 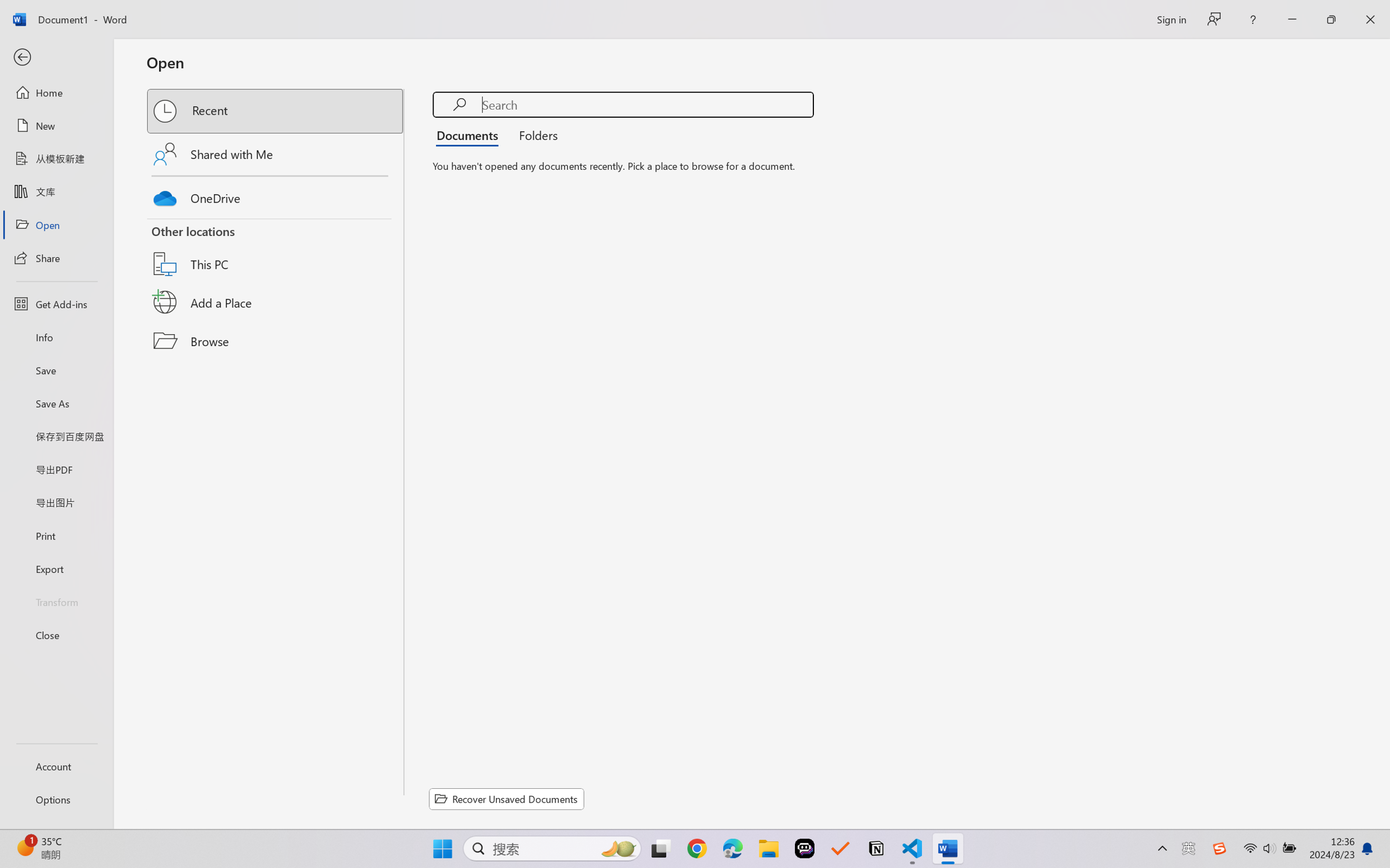 I want to click on 'Transform', so click(x=56, y=600).